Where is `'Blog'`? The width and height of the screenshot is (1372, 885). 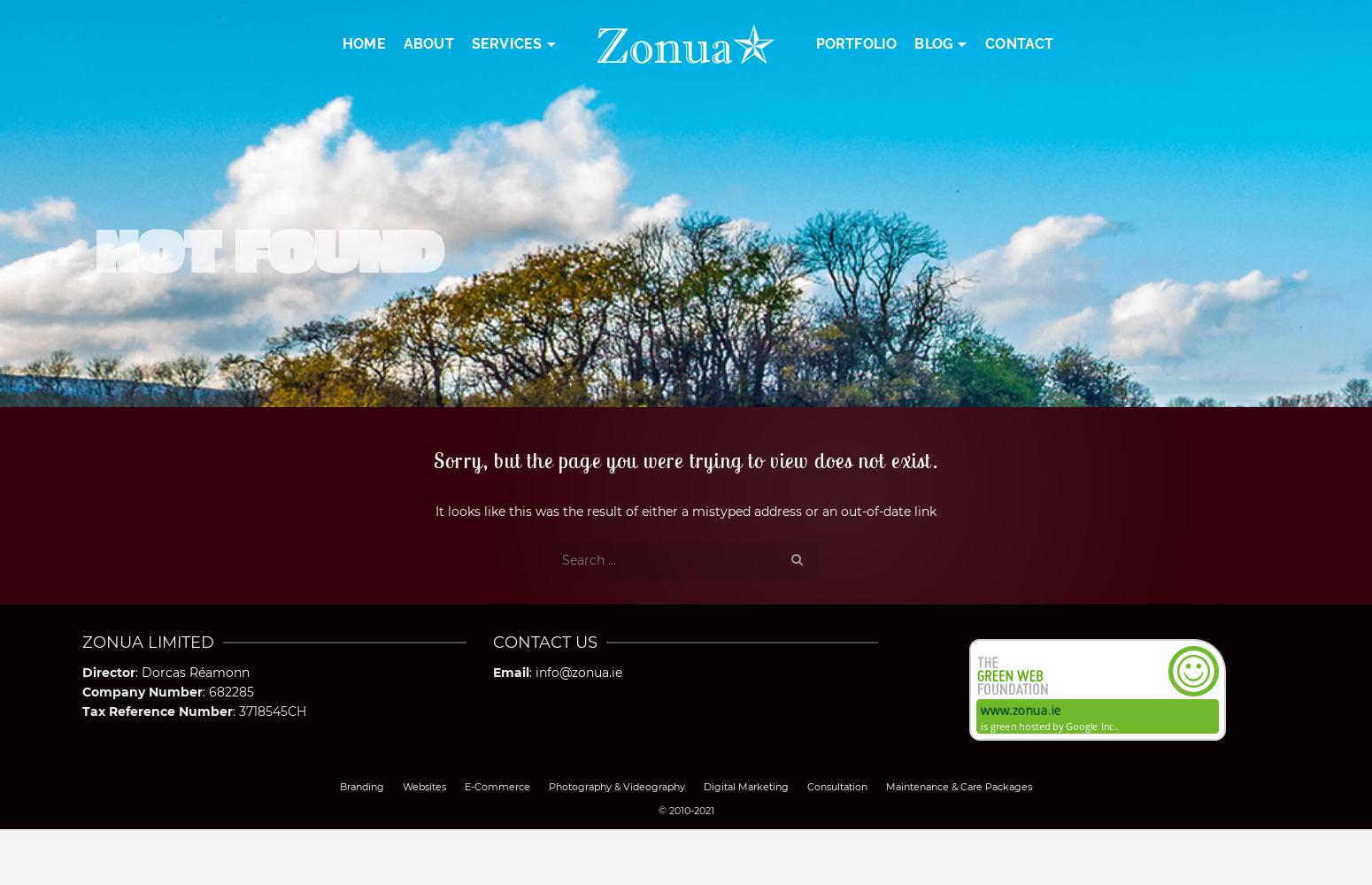 'Blog' is located at coordinates (933, 43).